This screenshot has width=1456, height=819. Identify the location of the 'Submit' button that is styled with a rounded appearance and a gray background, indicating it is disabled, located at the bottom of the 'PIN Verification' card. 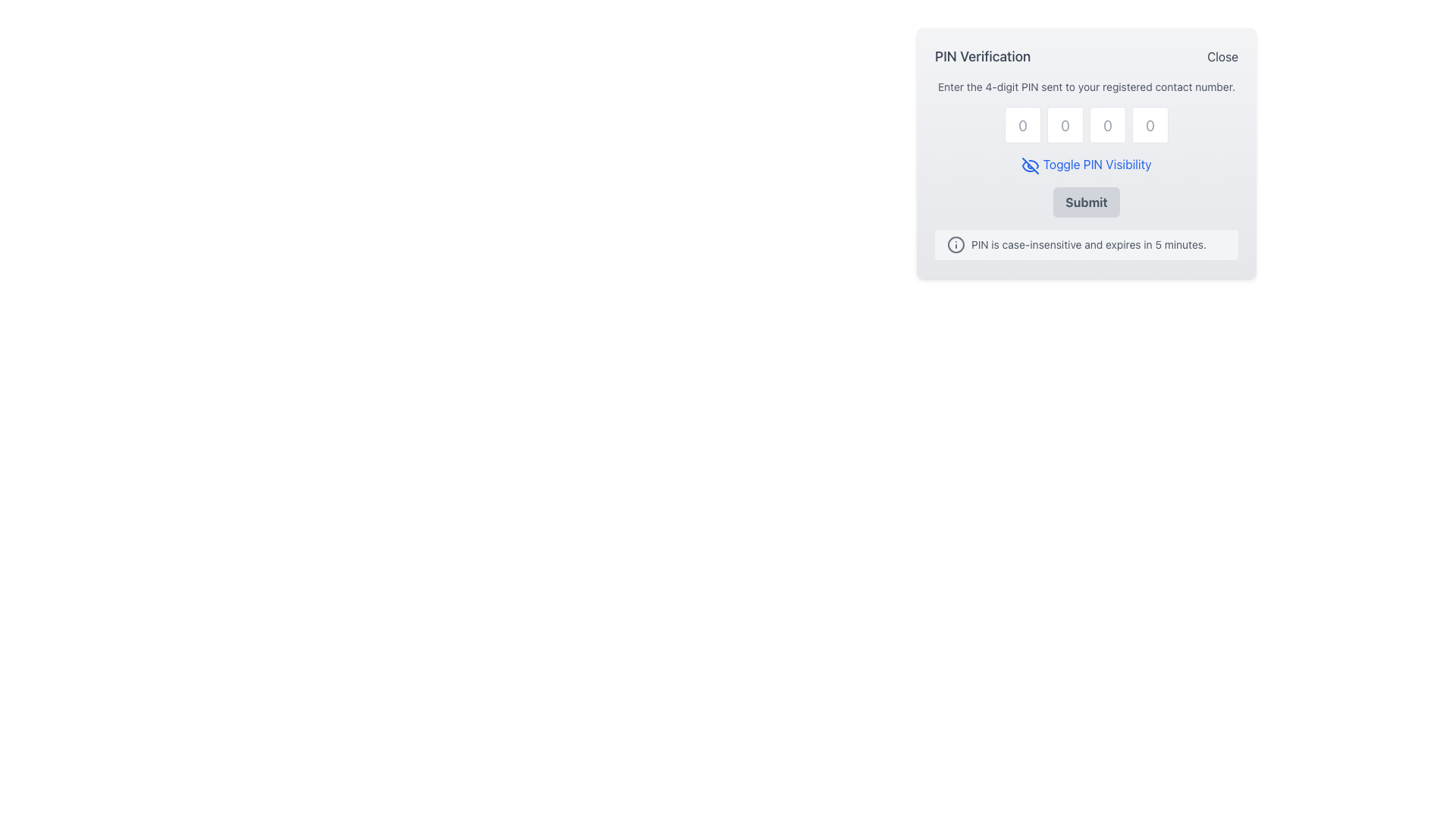
(1086, 201).